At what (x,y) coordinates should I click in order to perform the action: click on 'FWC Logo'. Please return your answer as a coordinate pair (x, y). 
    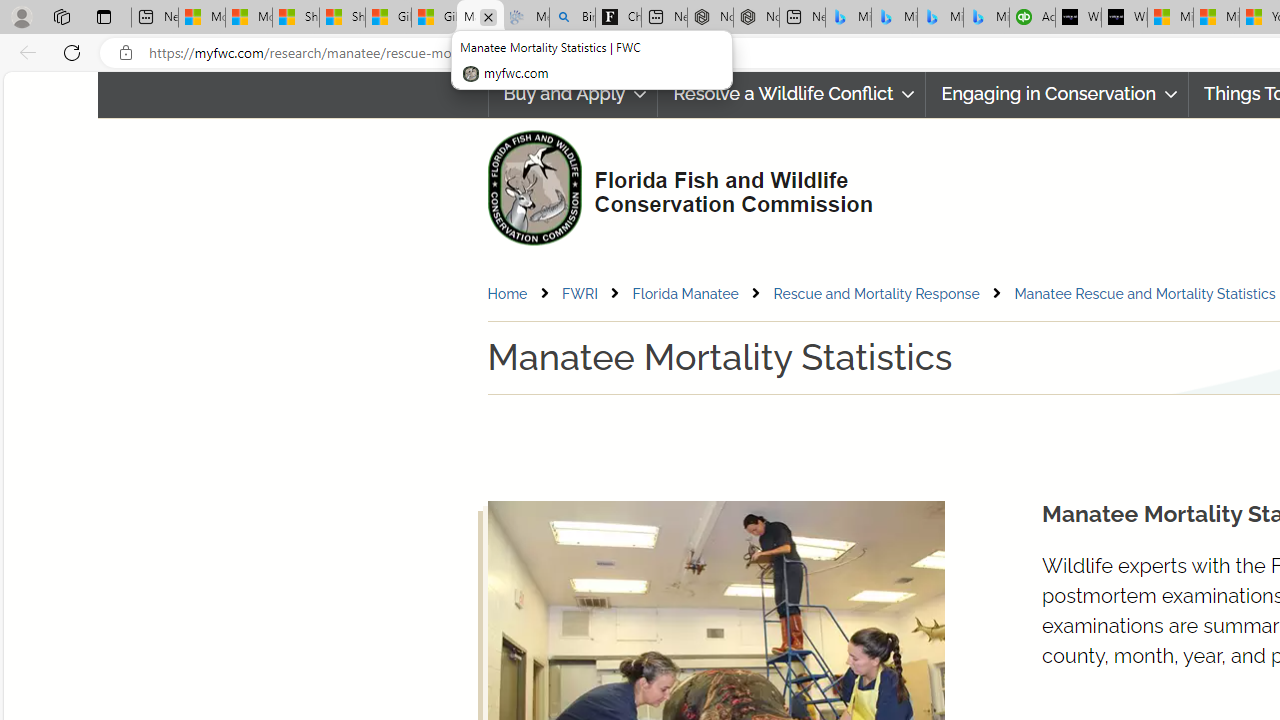
    Looking at the image, I should click on (534, 187).